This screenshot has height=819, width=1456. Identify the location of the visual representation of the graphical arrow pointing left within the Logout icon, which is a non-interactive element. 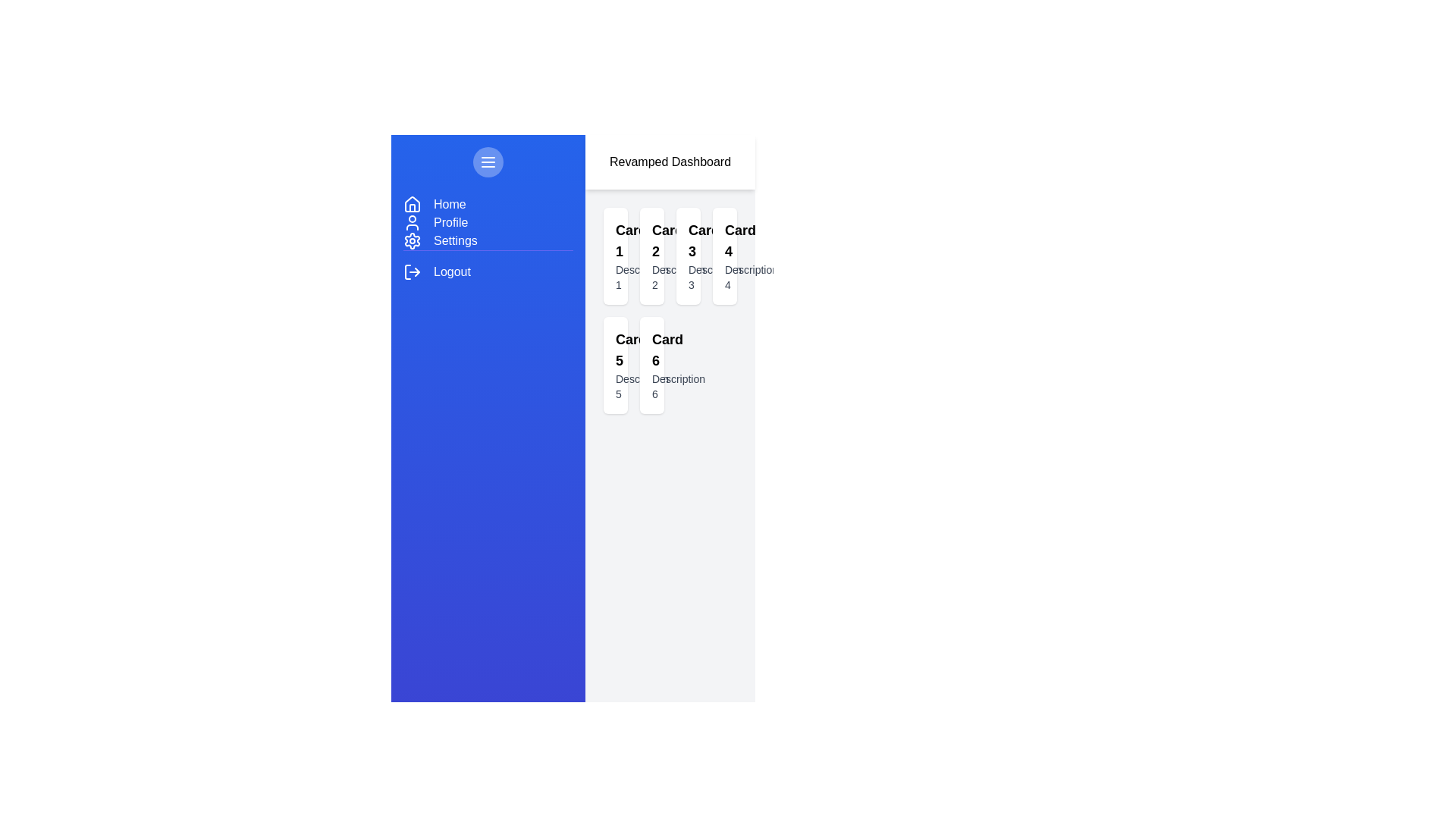
(417, 271).